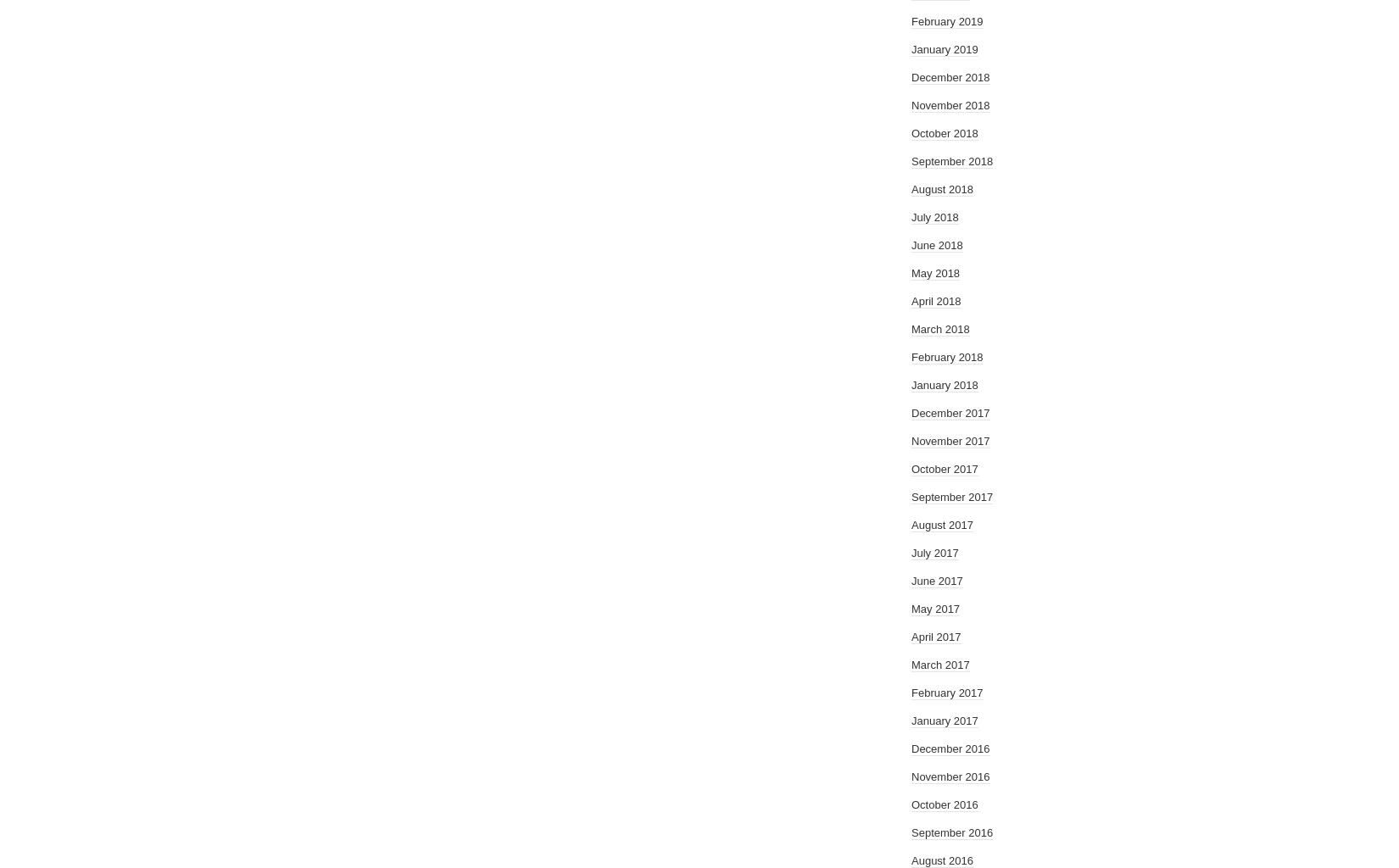  Describe the element at coordinates (936, 301) in the screenshot. I see `'April 2018'` at that location.